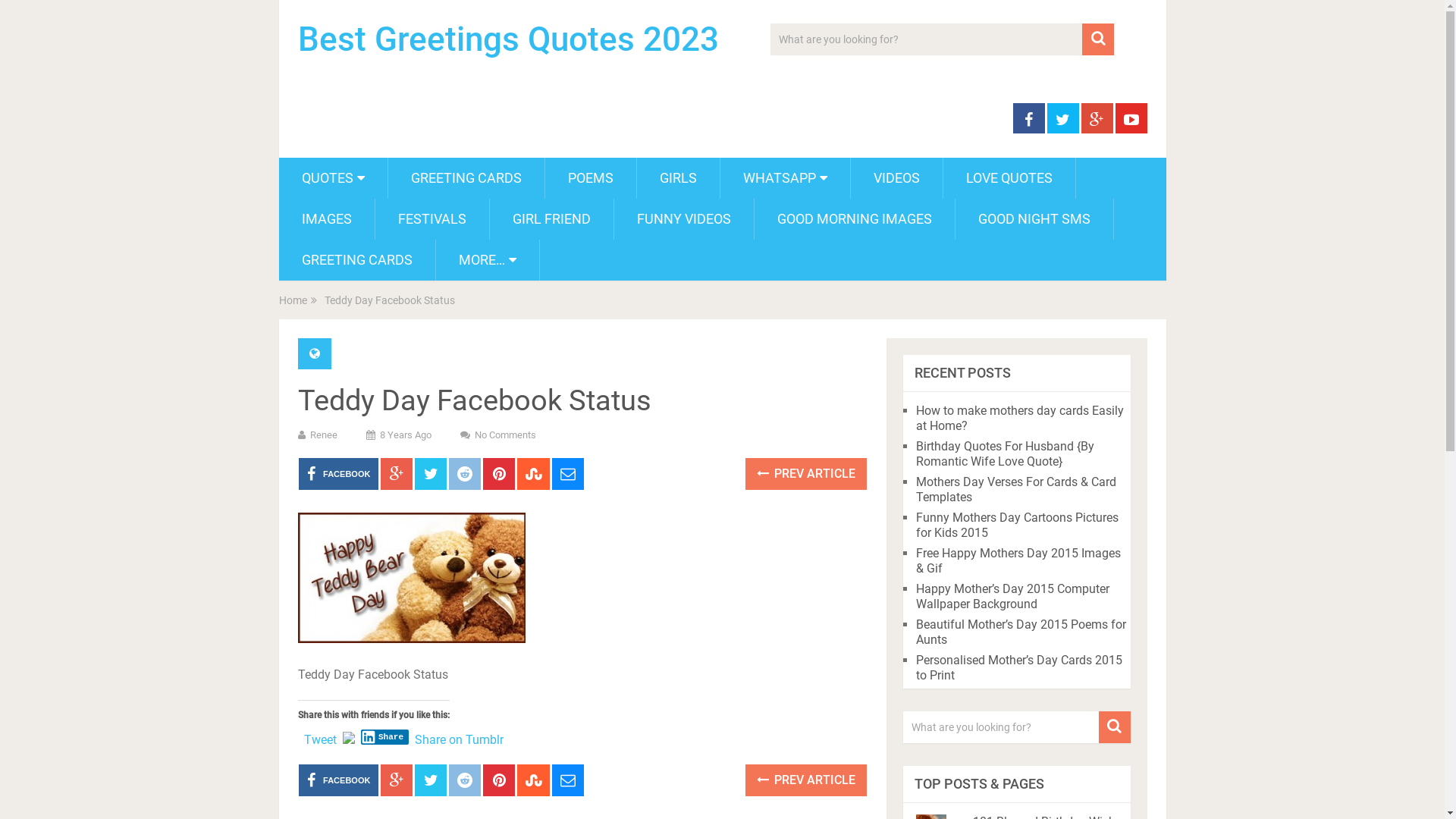  What do you see at coordinates (1017, 524) in the screenshot?
I see `'Funny Mothers Day Cartoons Pictures for Kids 2015'` at bounding box center [1017, 524].